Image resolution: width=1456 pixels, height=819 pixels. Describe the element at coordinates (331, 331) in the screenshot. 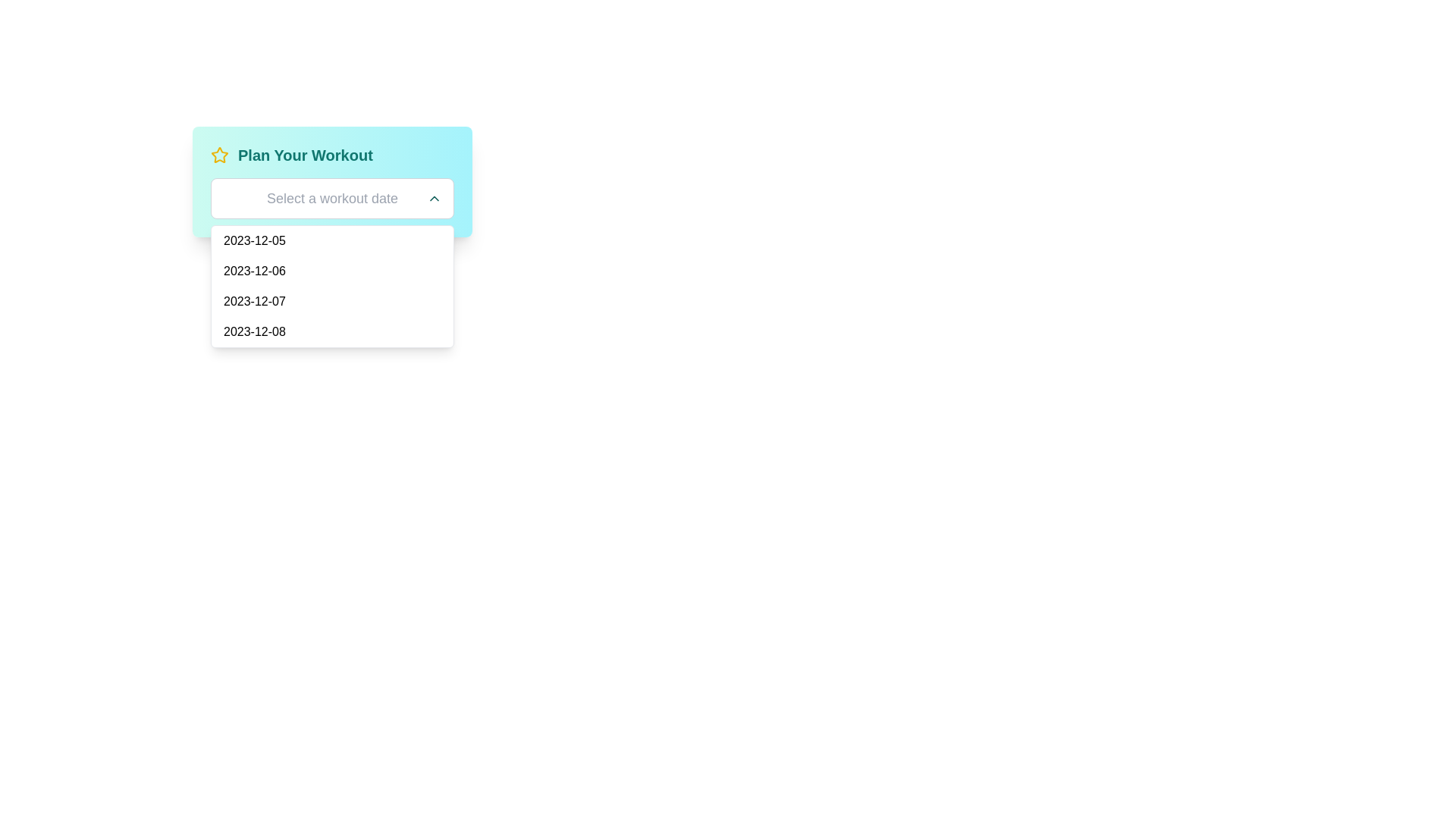

I see `the selectable date list item for '2023-12-08'` at that location.